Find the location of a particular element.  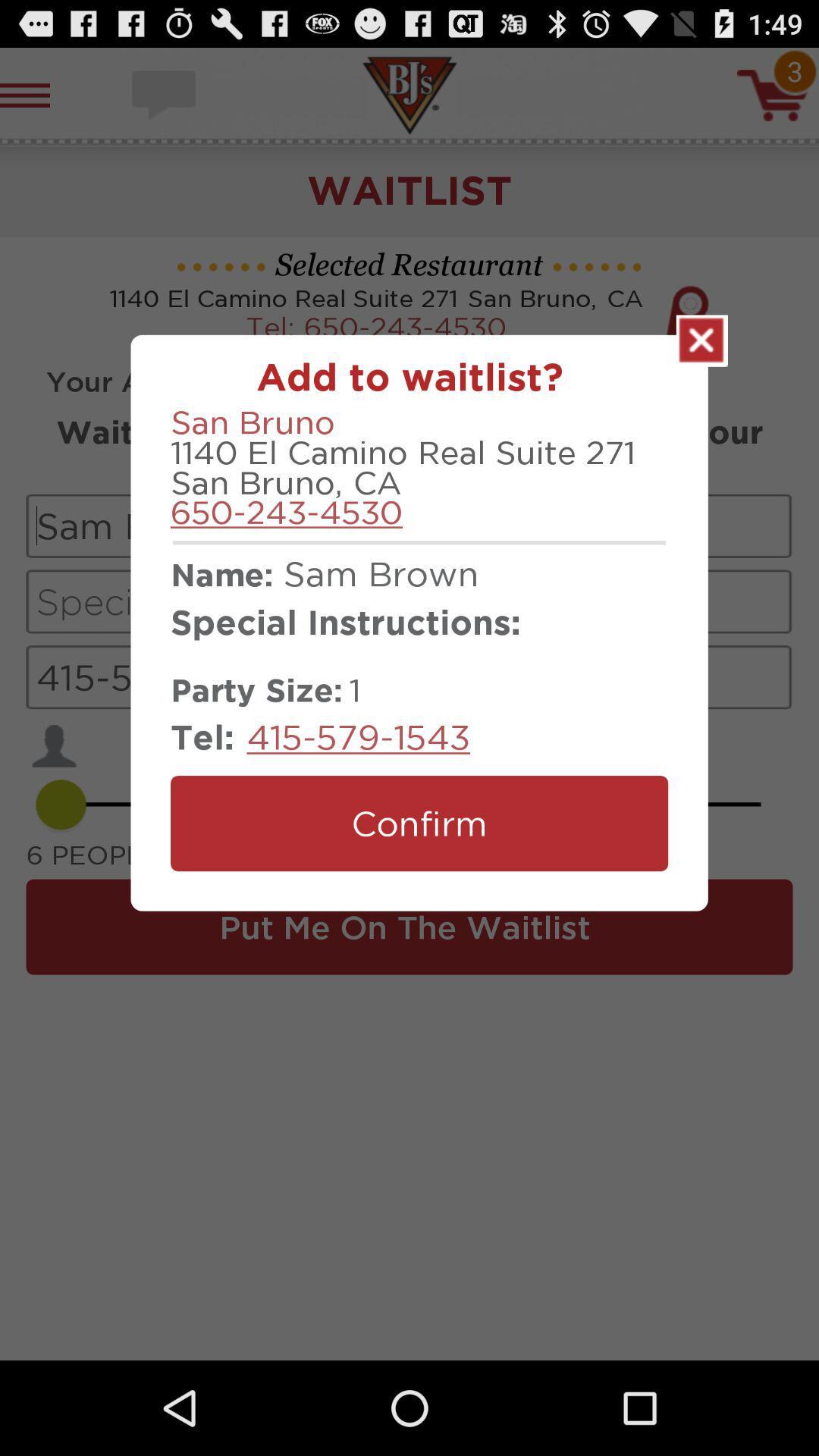

the button above confirm icon is located at coordinates (358, 736).